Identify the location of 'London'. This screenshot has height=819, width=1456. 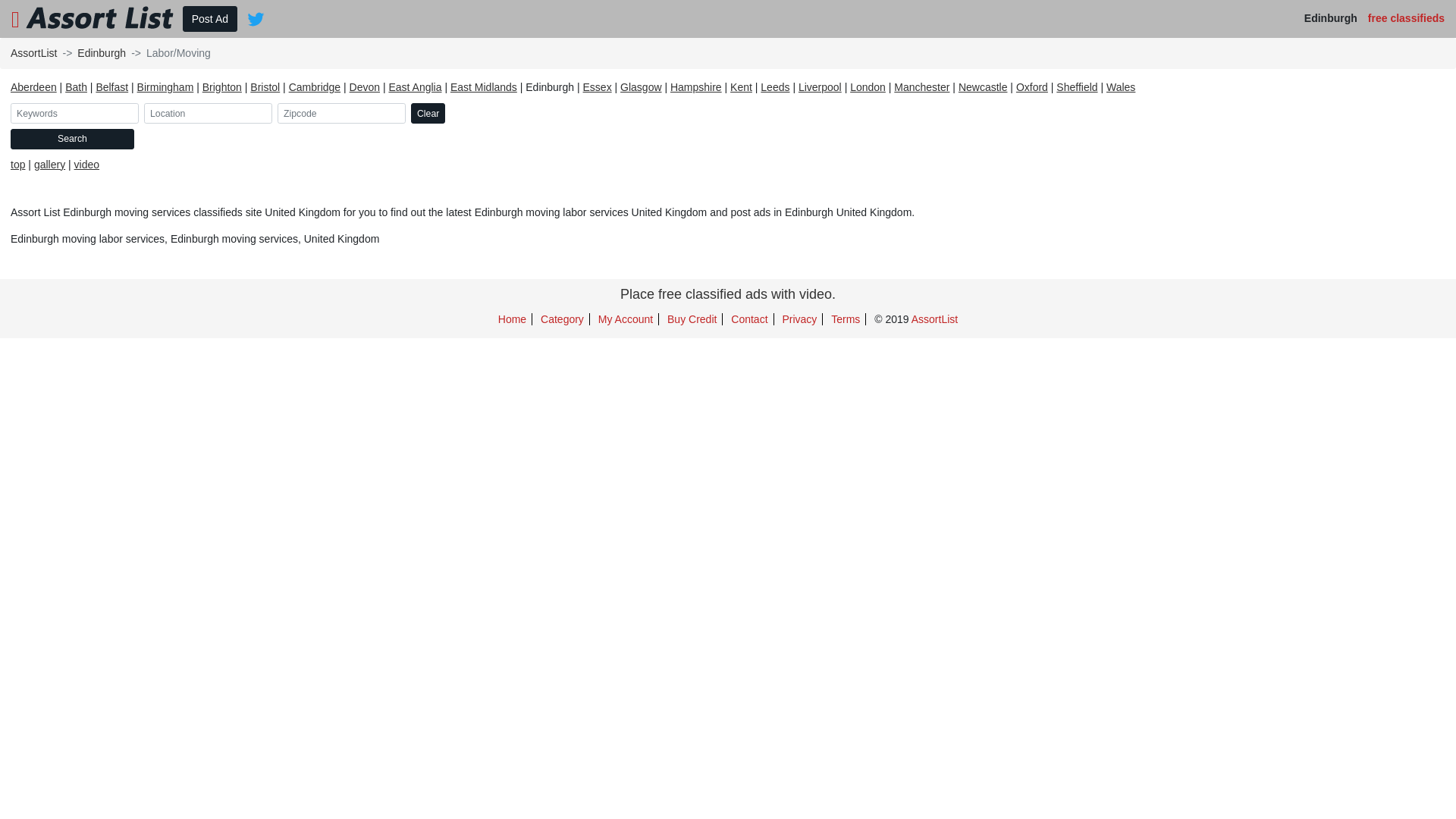
(850, 87).